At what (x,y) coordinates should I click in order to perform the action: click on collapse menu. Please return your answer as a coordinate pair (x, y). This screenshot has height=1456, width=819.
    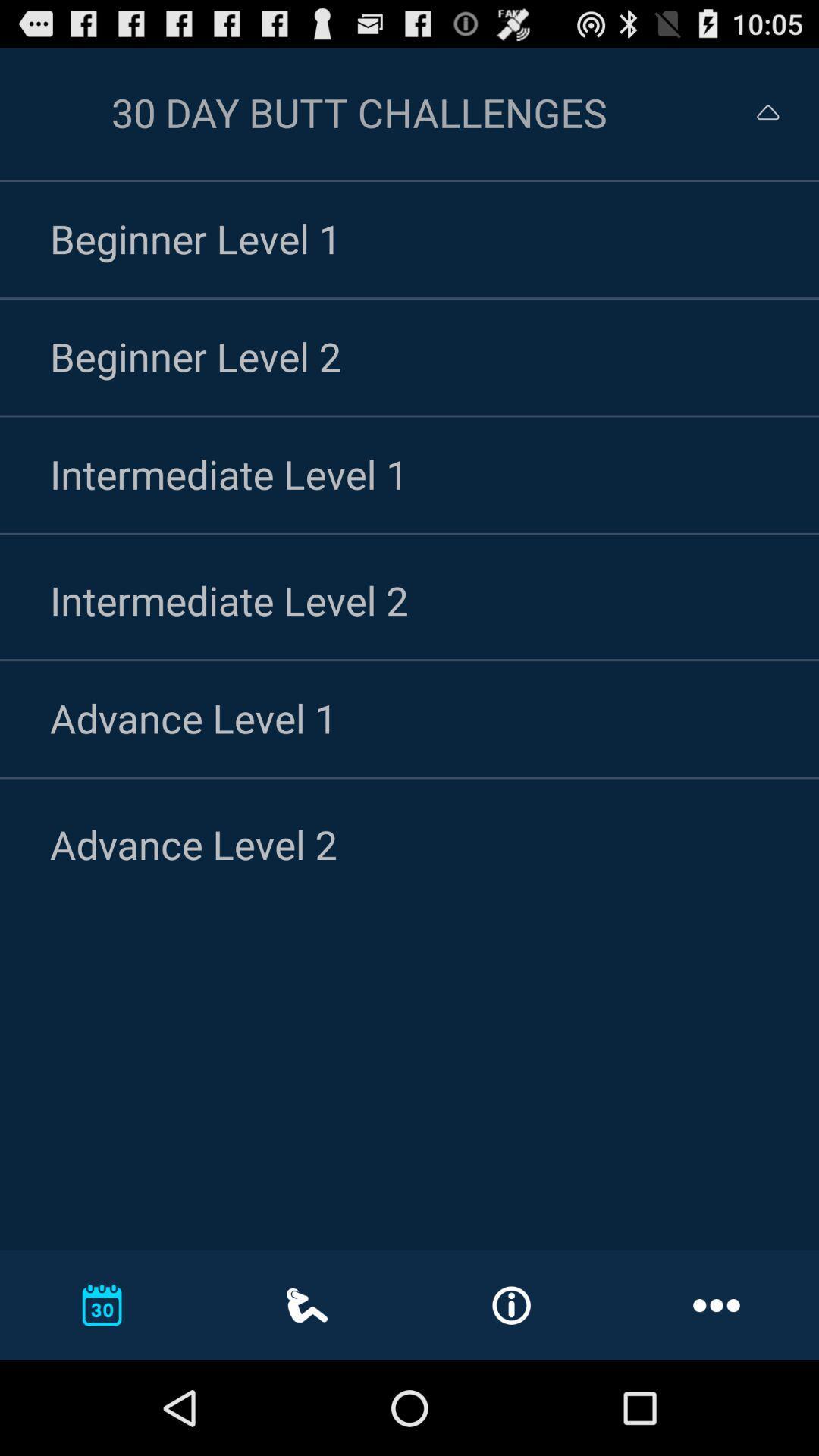
    Looking at the image, I should click on (754, 111).